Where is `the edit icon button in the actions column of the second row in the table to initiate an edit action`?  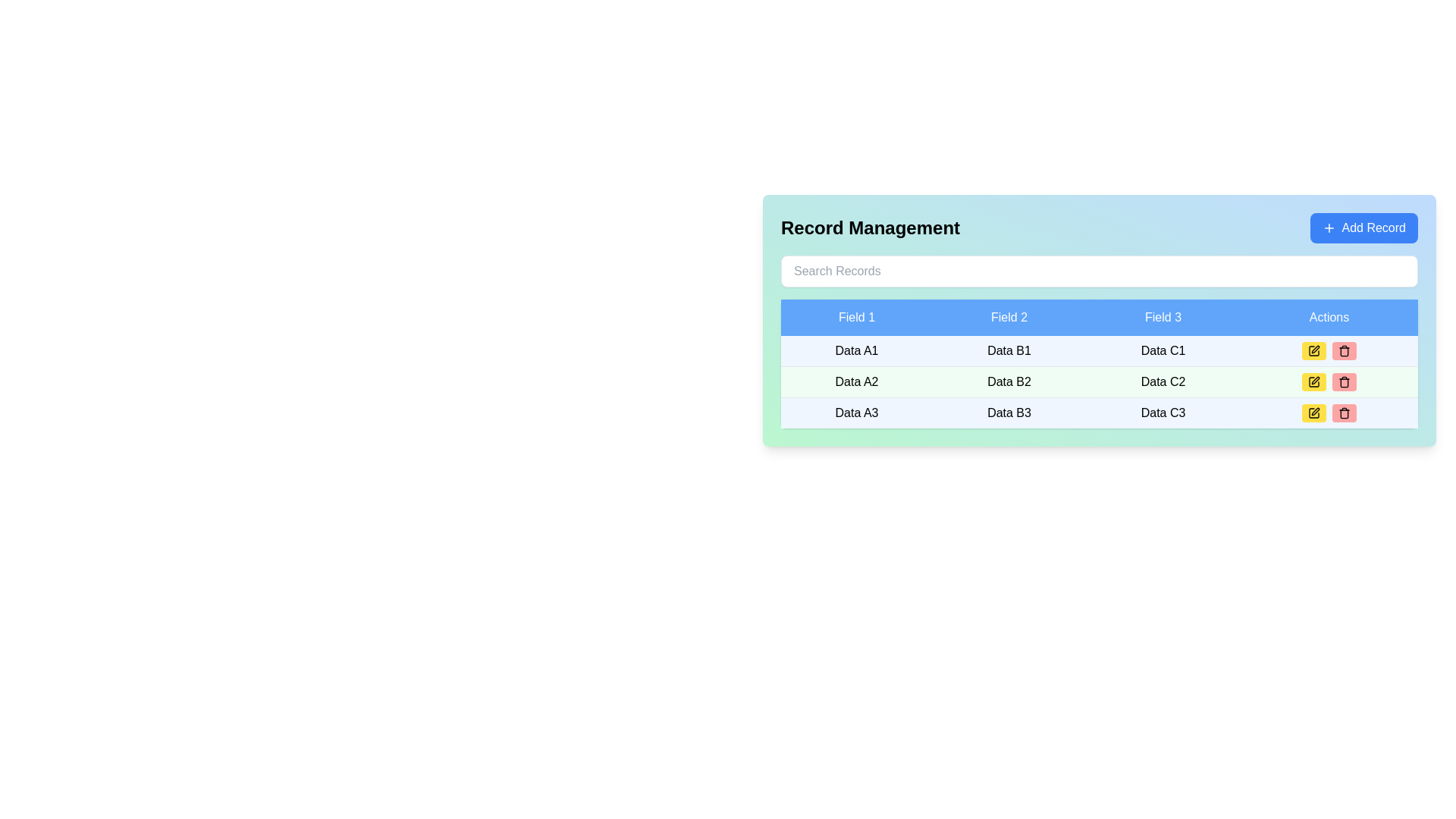
the edit icon button in the actions column of the second row in the table to initiate an edit action is located at coordinates (1313, 381).